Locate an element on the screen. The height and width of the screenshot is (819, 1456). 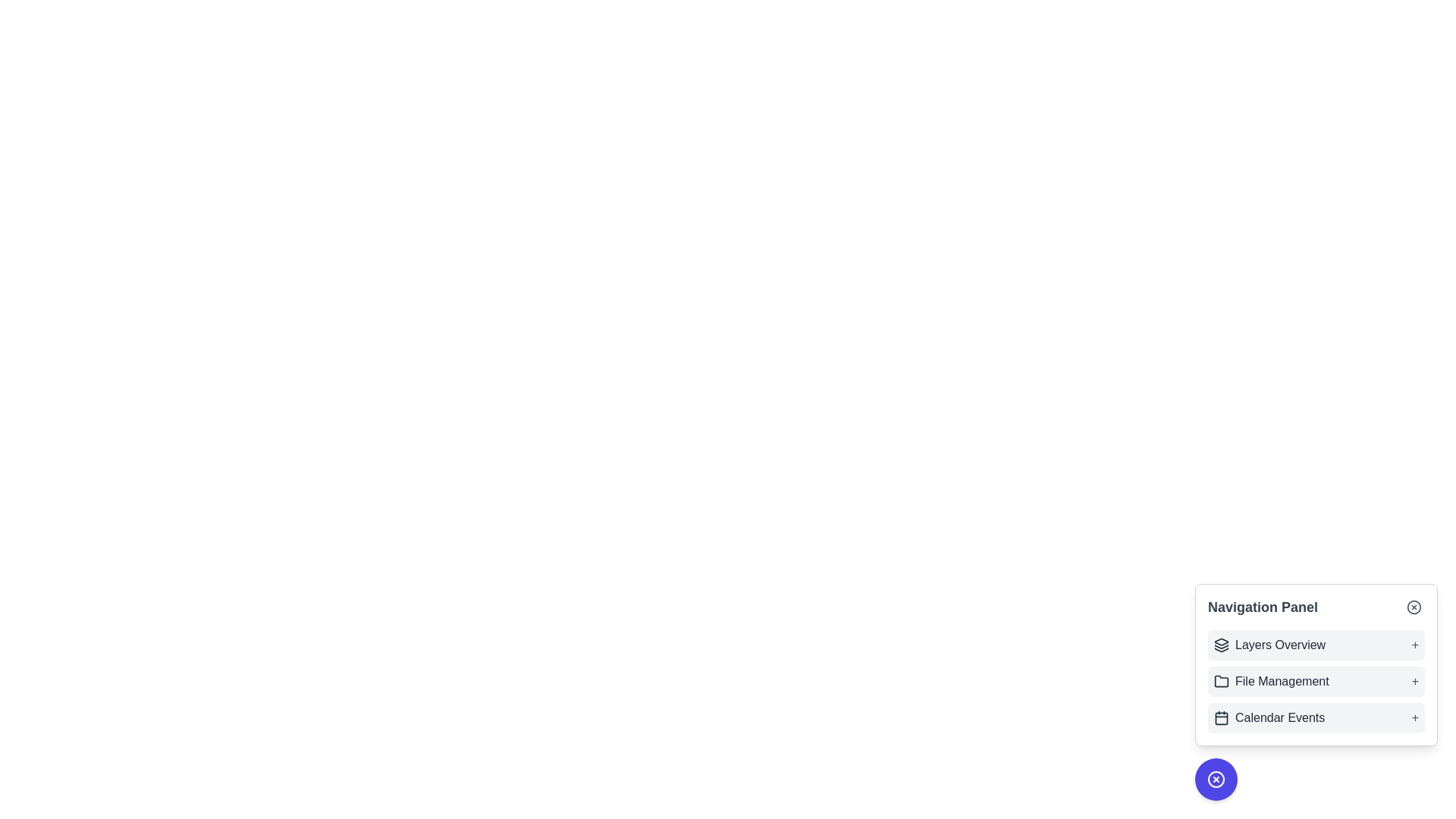
the 'File Management' menu item located is located at coordinates (1316, 680).